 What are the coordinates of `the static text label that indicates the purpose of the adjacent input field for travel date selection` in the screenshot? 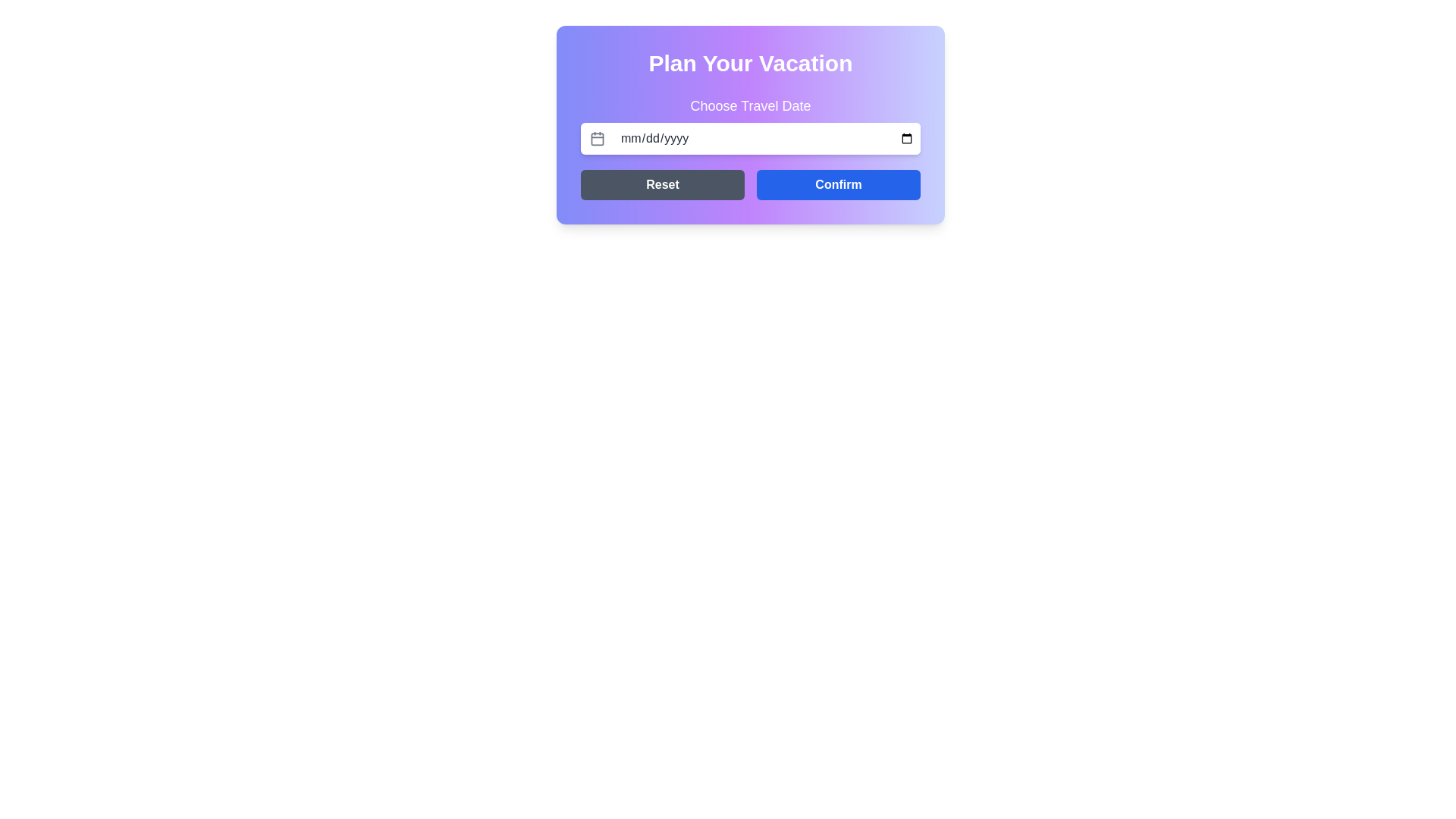 It's located at (750, 105).